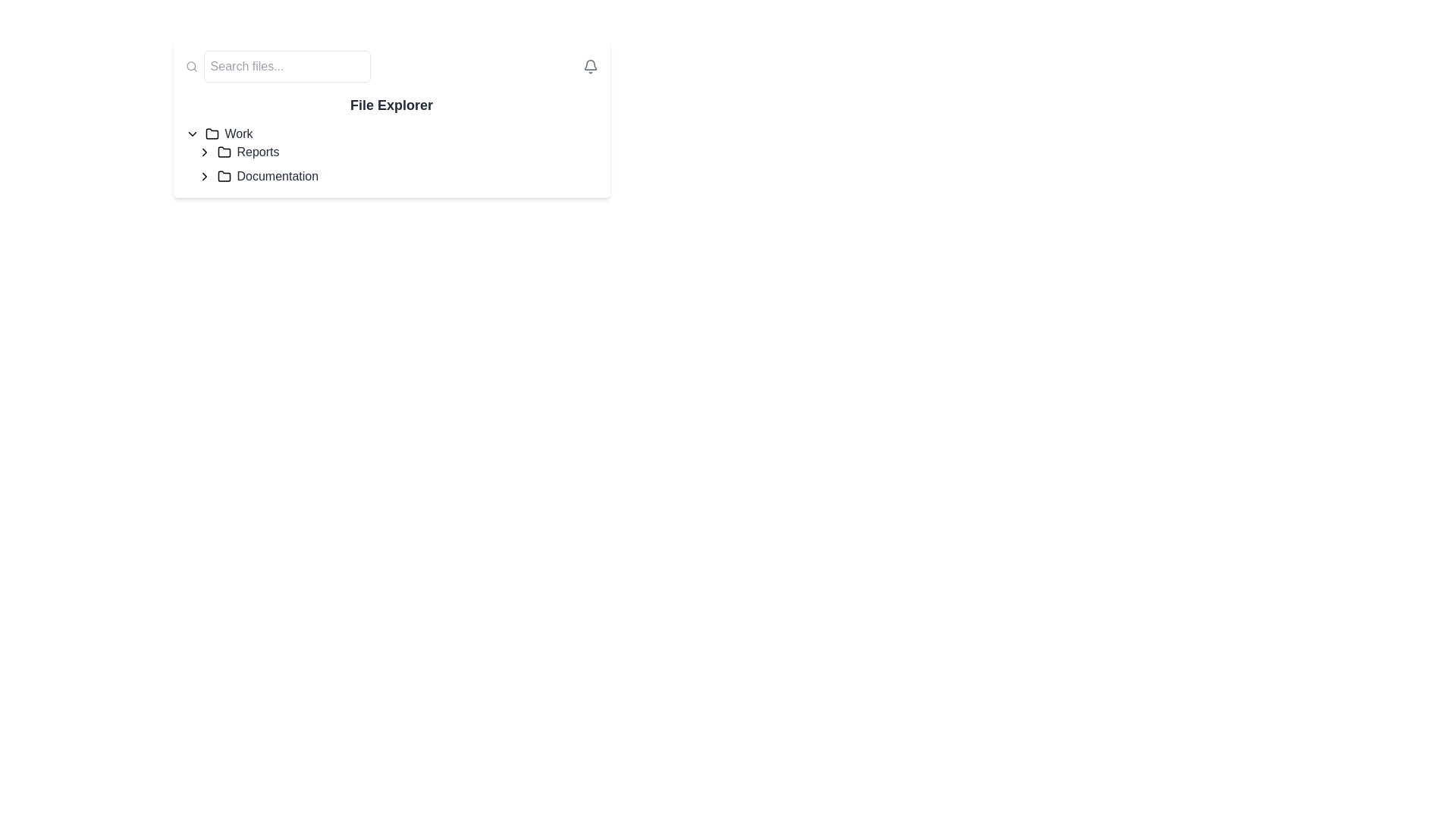 Image resolution: width=1456 pixels, height=819 pixels. Describe the element at coordinates (191, 133) in the screenshot. I see `the chevron button to the left of the 'Work' label in the 'File Explorer' section` at that location.